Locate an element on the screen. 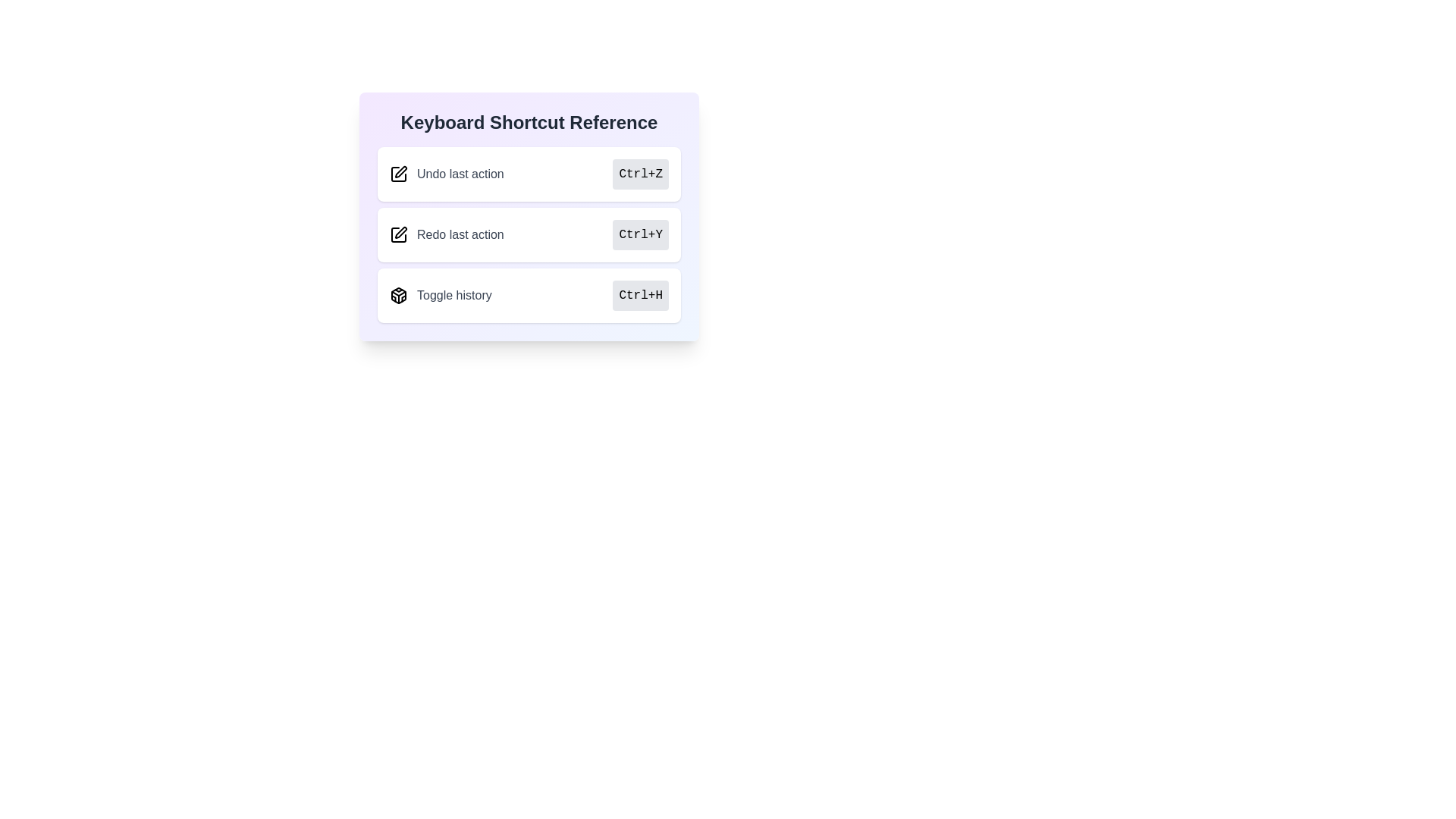  the cube icon located to the left of the 'Toggle history' text in the third row of the 'Keyboard Shortcut Reference' card to visually associate it with its corresponding text is located at coordinates (399, 295).